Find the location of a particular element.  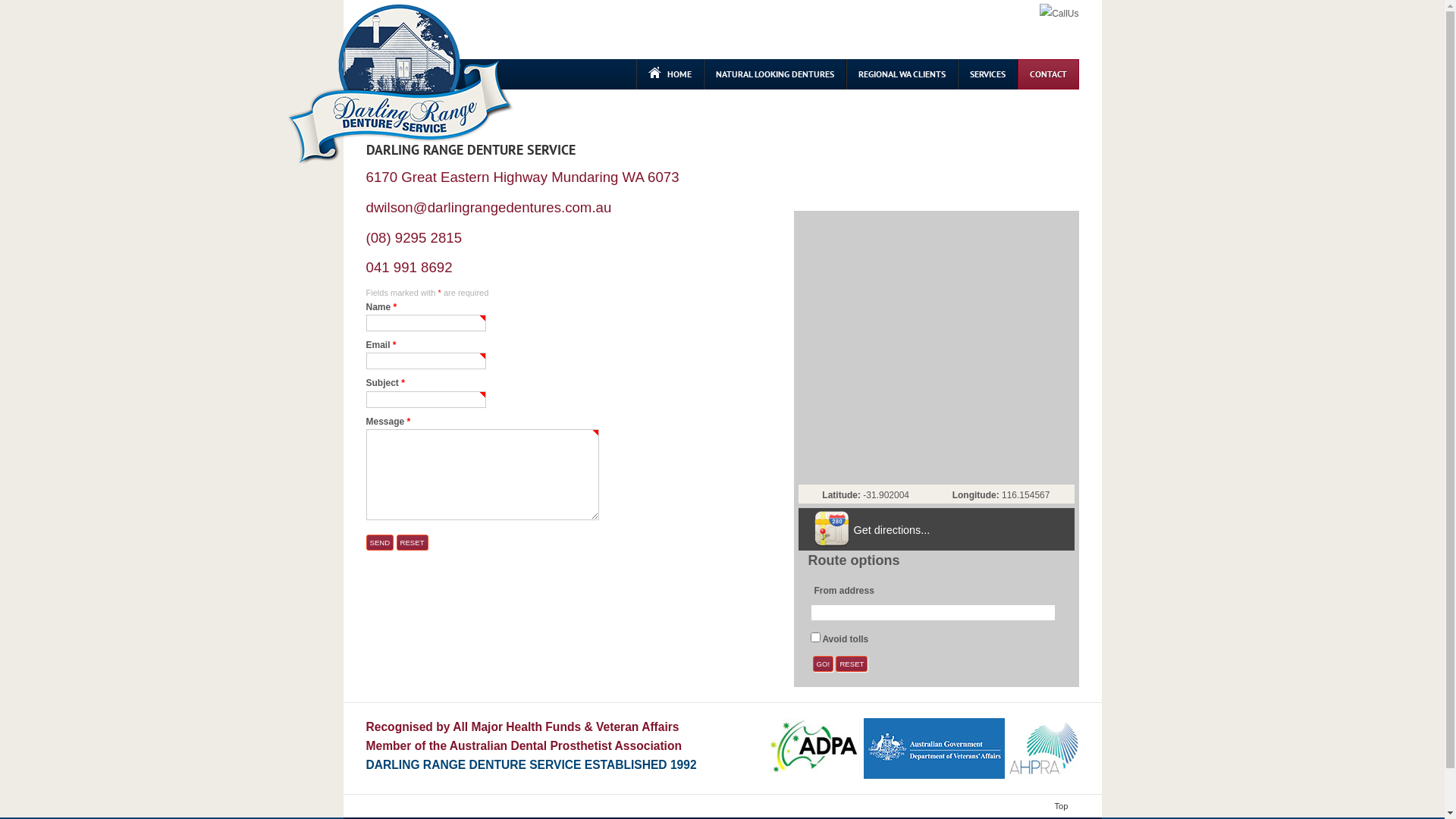

'GO!' is located at coordinates (822, 663).